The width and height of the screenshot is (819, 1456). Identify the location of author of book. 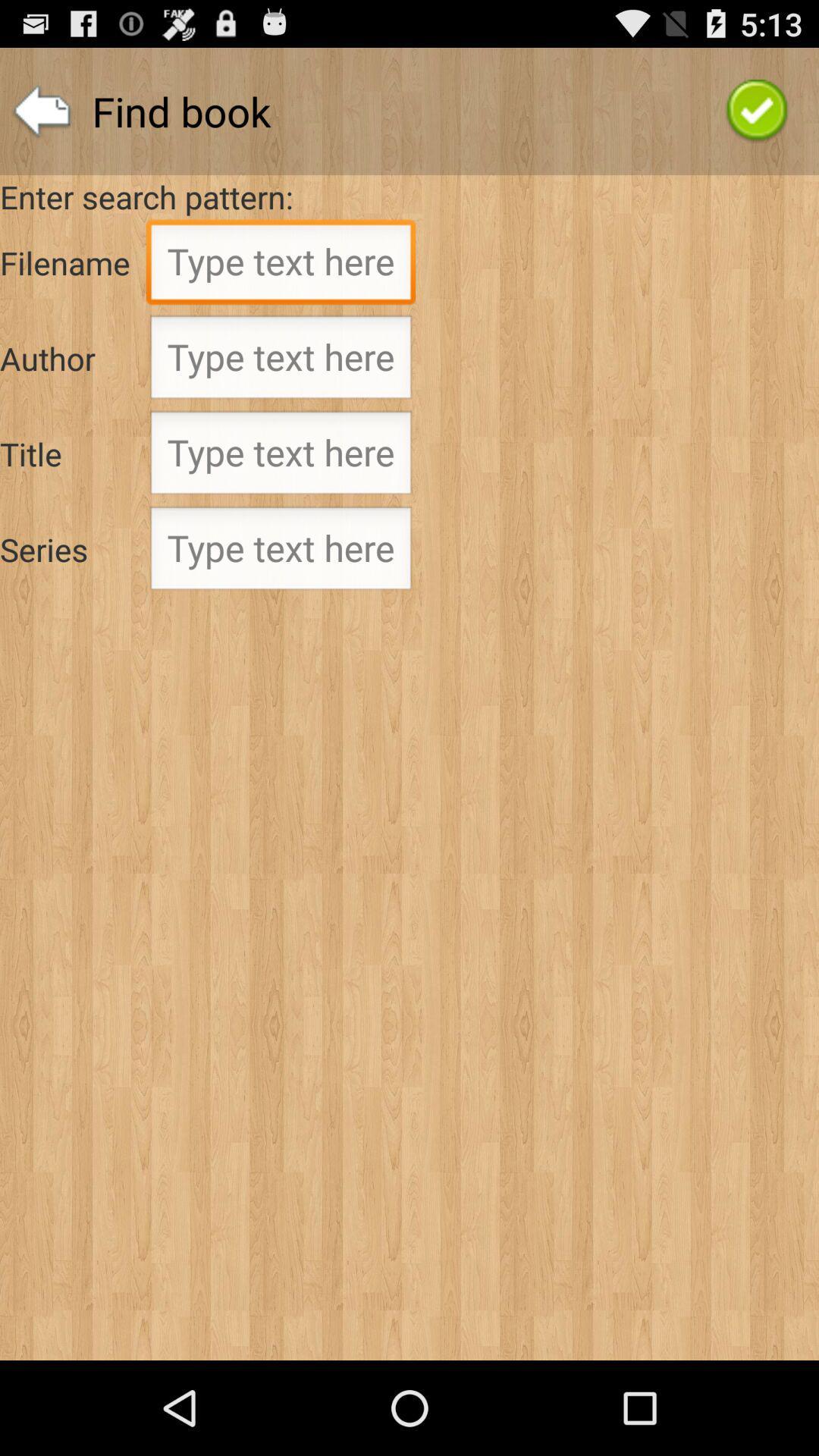
(281, 360).